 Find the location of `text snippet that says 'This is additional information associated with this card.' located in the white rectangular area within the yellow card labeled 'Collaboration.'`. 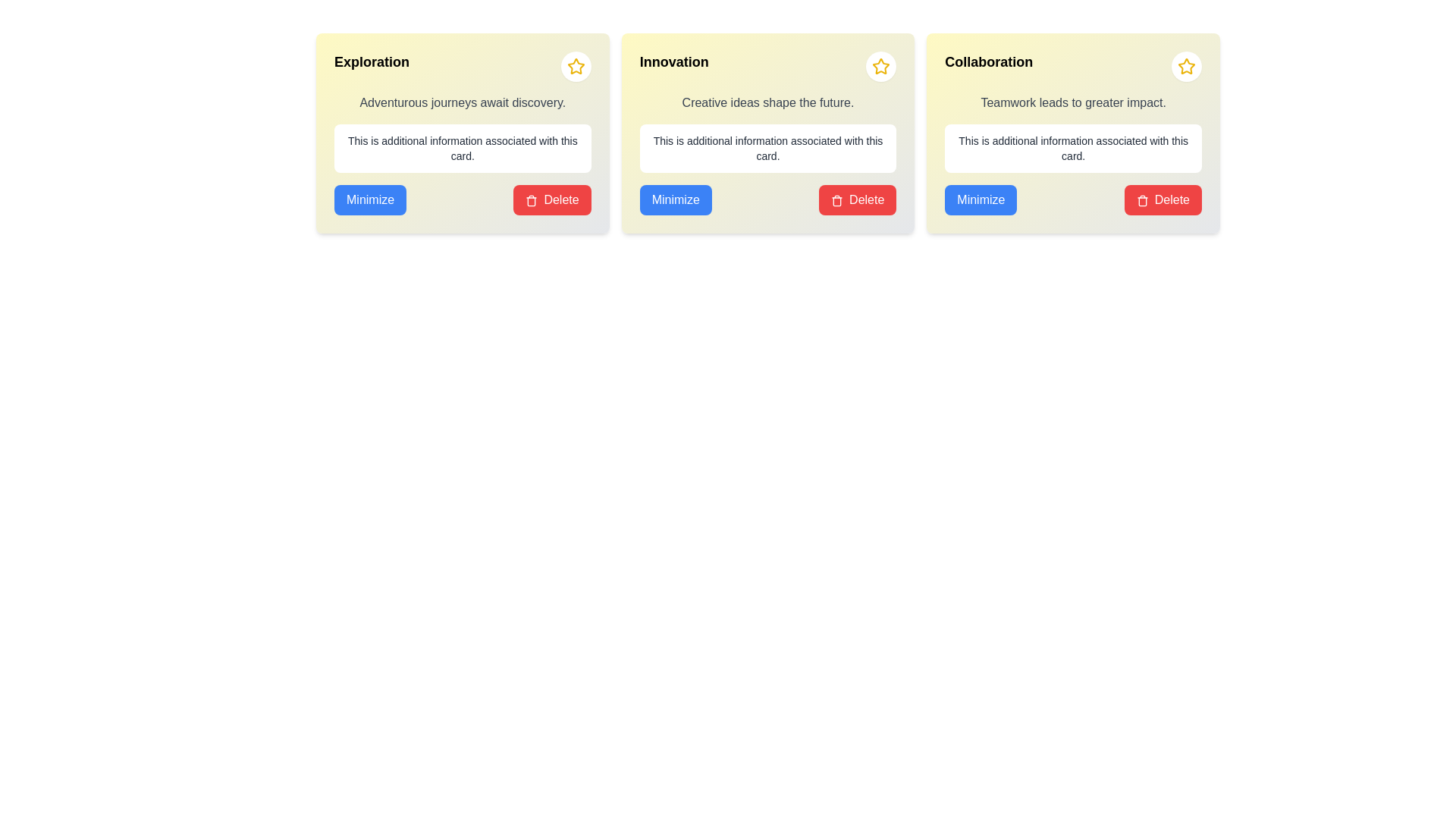

text snippet that says 'This is additional information associated with this card.' located in the white rectangular area within the yellow card labeled 'Collaboration.' is located at coordinates (1072, 149).